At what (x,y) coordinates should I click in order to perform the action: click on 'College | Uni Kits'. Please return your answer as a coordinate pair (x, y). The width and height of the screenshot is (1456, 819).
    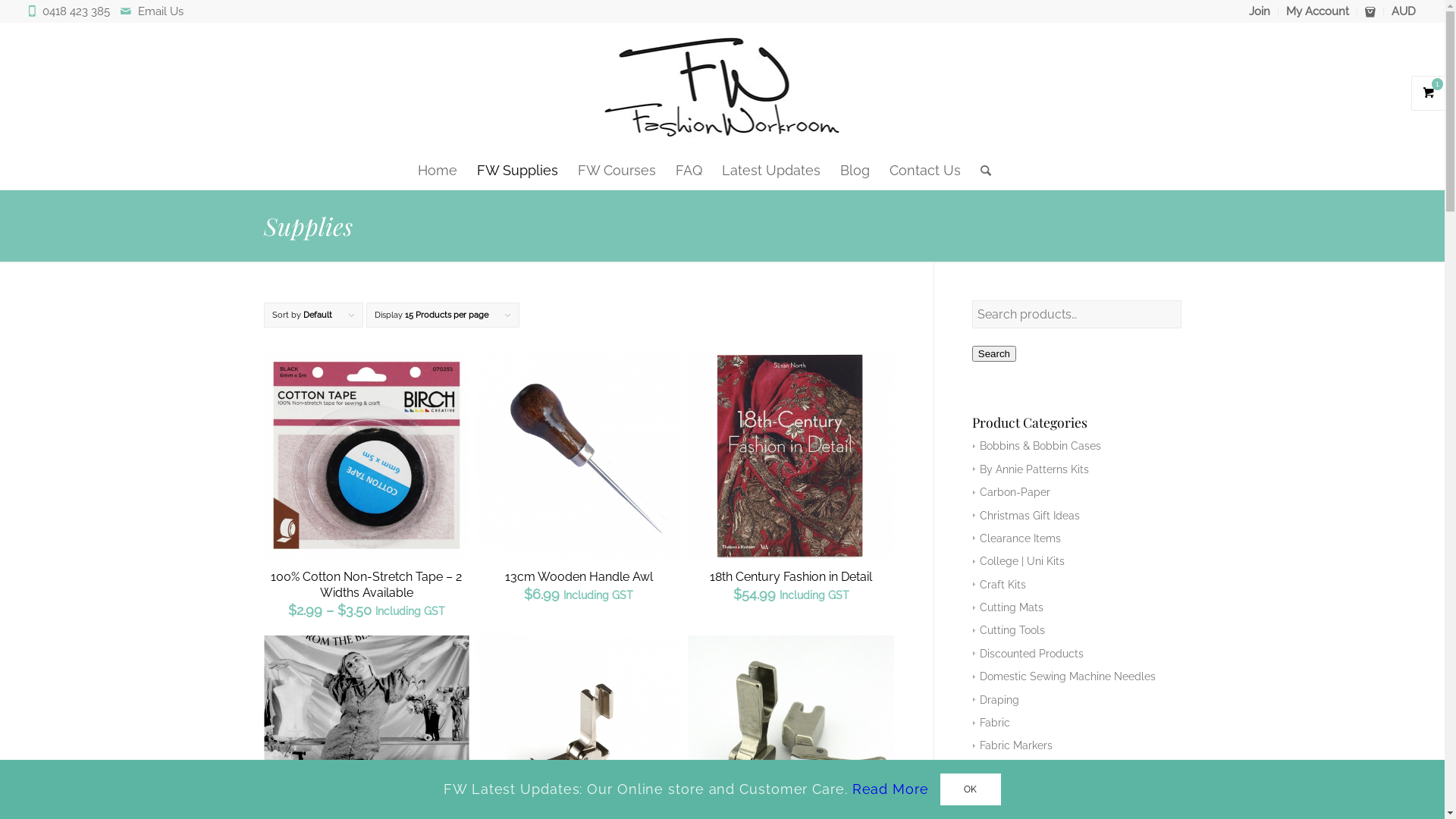
    Looking at the image, I should click on (1018, 561).